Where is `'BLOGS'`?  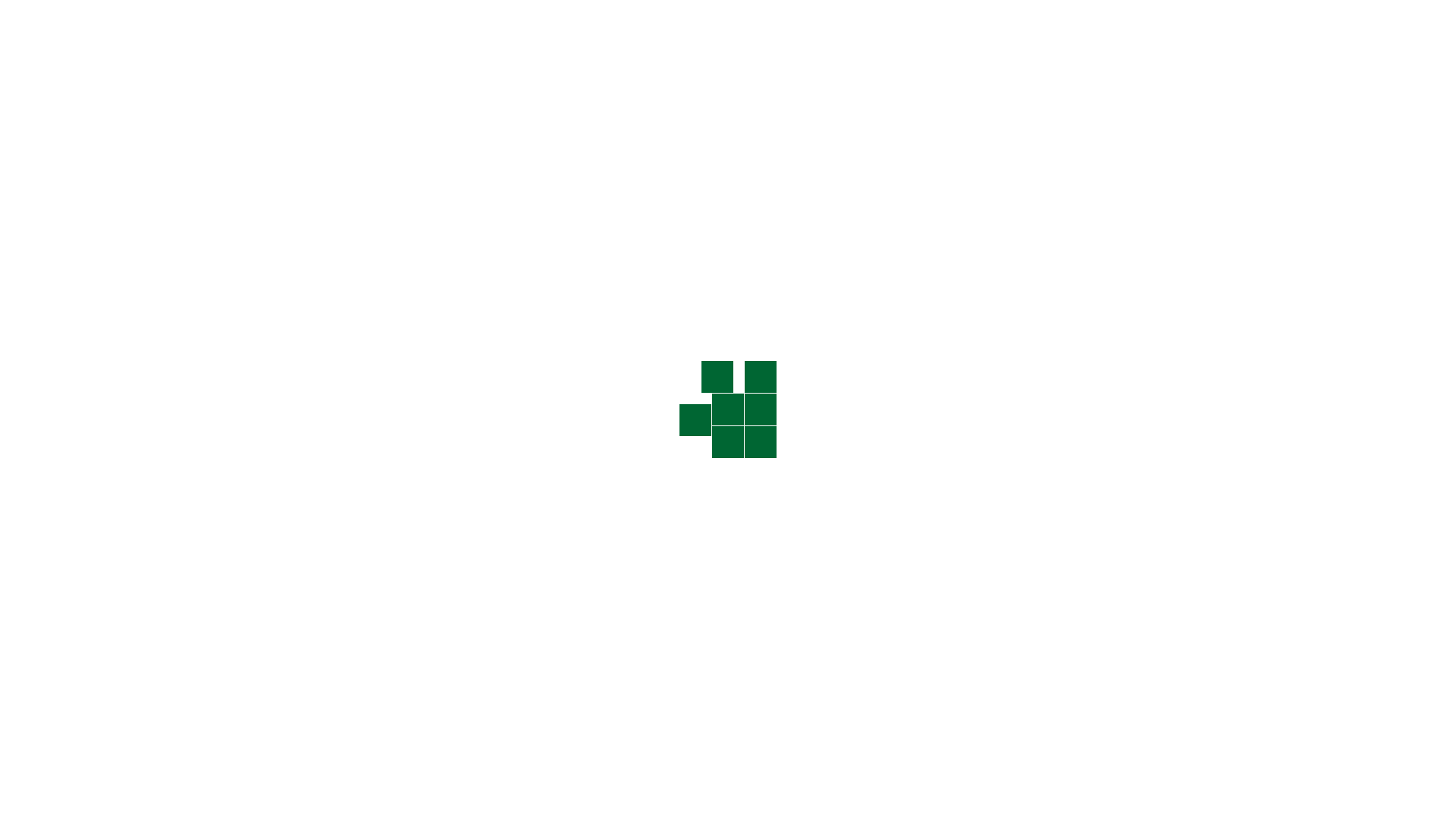 'BLOGS' is located at coordinates (912, 64).